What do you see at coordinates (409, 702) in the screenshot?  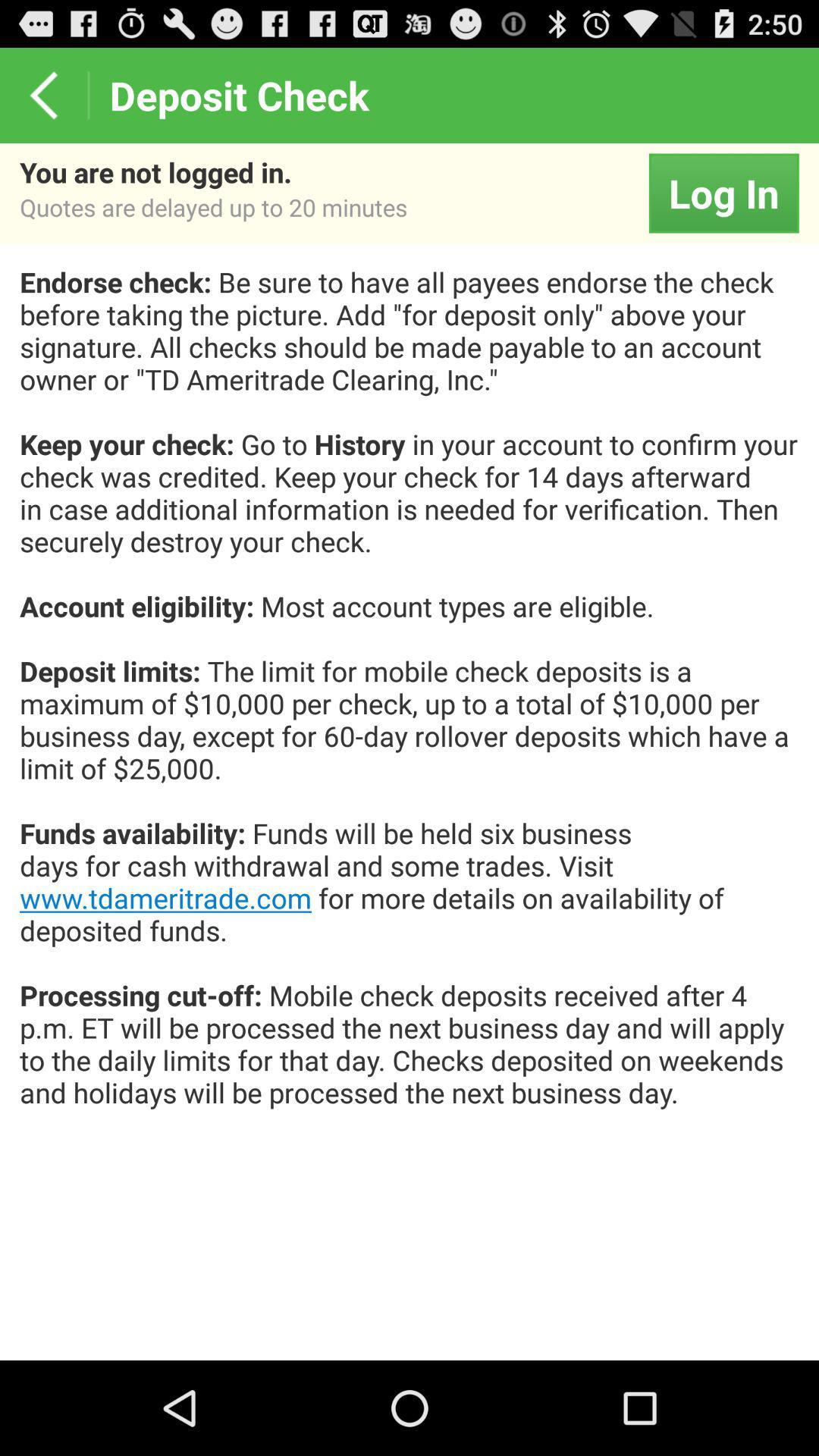 I see `the icon at the center` at bounding box center [409, 702].